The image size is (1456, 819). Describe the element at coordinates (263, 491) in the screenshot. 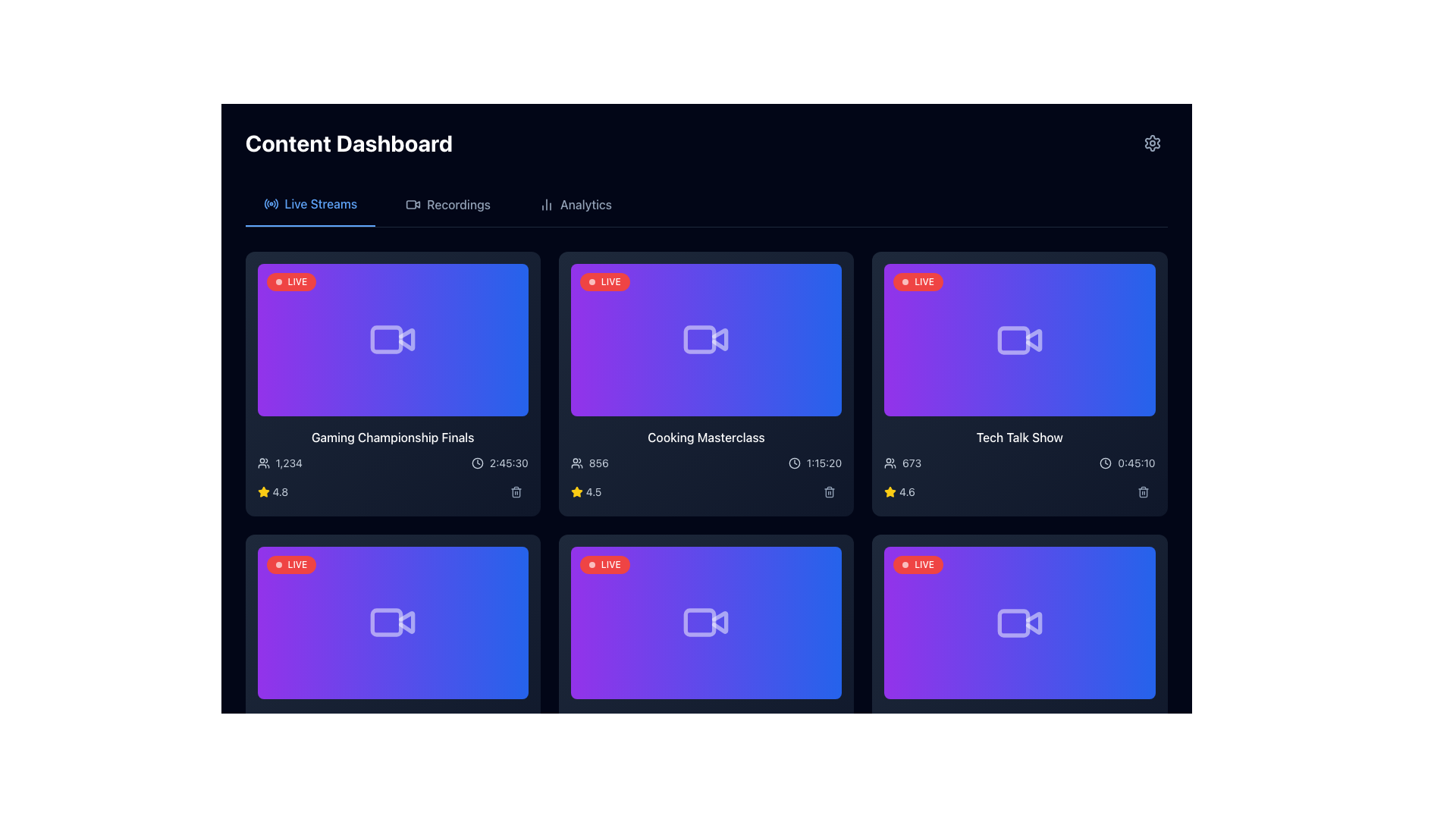

I see `the rating icon located to the left of the text value '4.8' in the rating section of the first card in the grid layout` at that location.